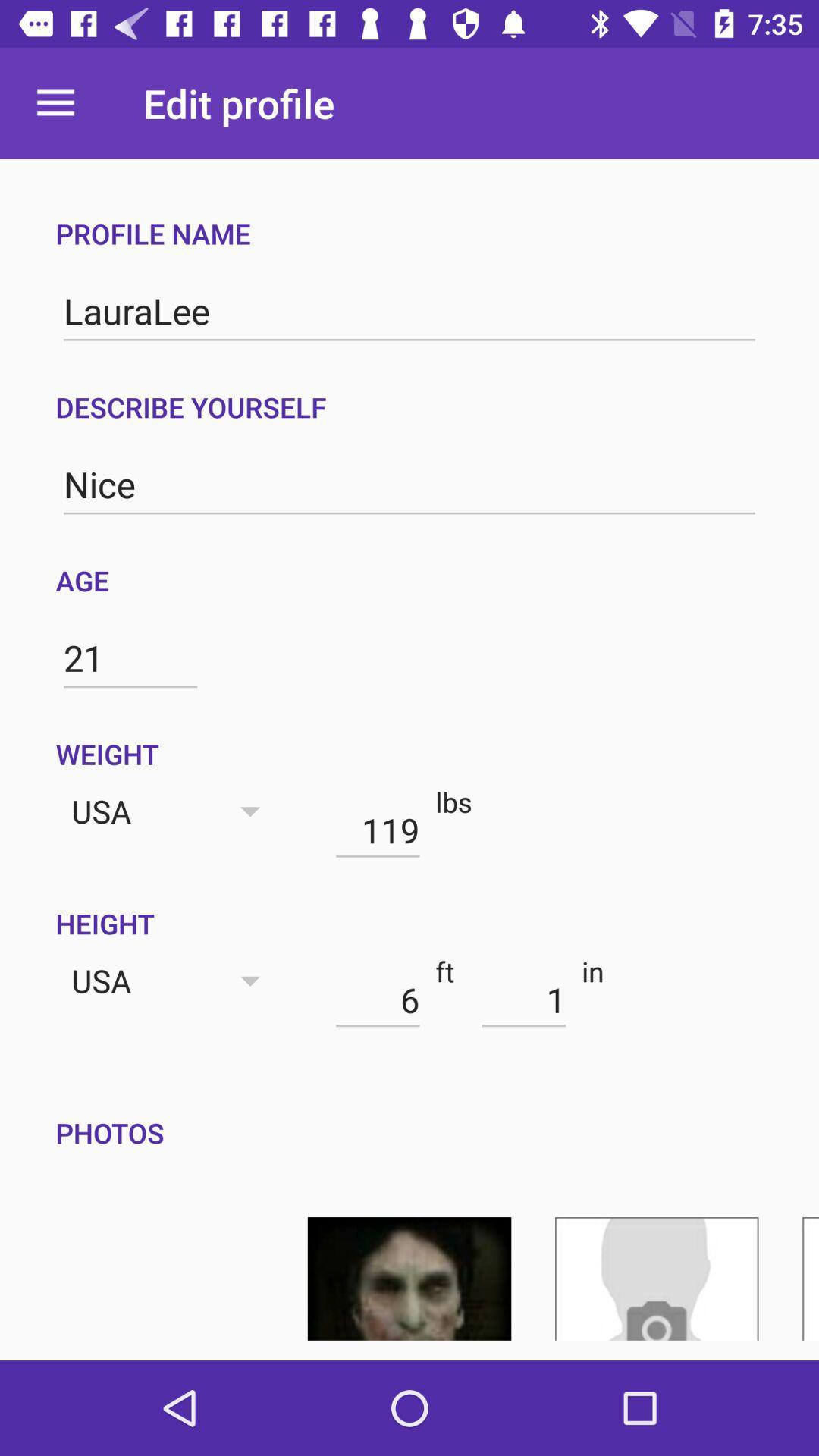  I want to click on item above the profile name item, so click(55, 102).